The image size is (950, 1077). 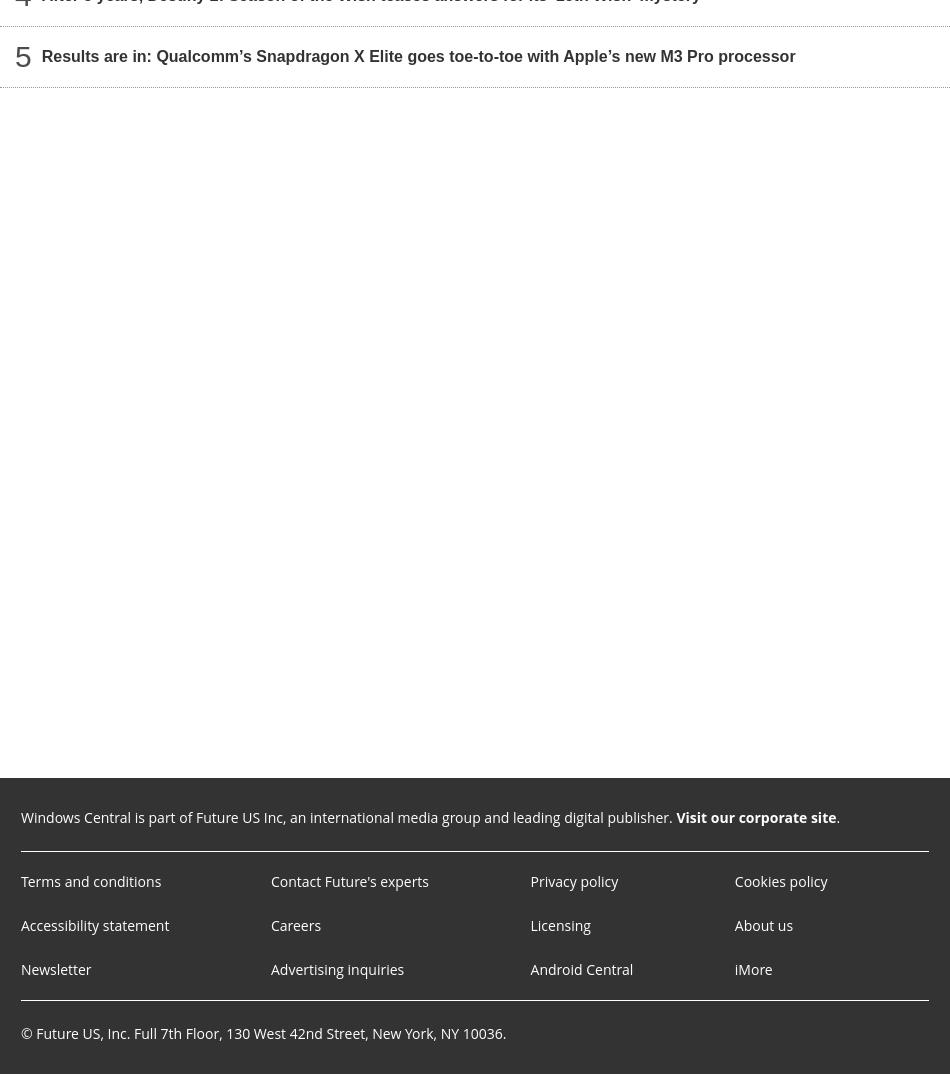 What do you see at coordinates (751, 969) in the screenshot?
I see `'iMore'` at bounding box center [751, 969].